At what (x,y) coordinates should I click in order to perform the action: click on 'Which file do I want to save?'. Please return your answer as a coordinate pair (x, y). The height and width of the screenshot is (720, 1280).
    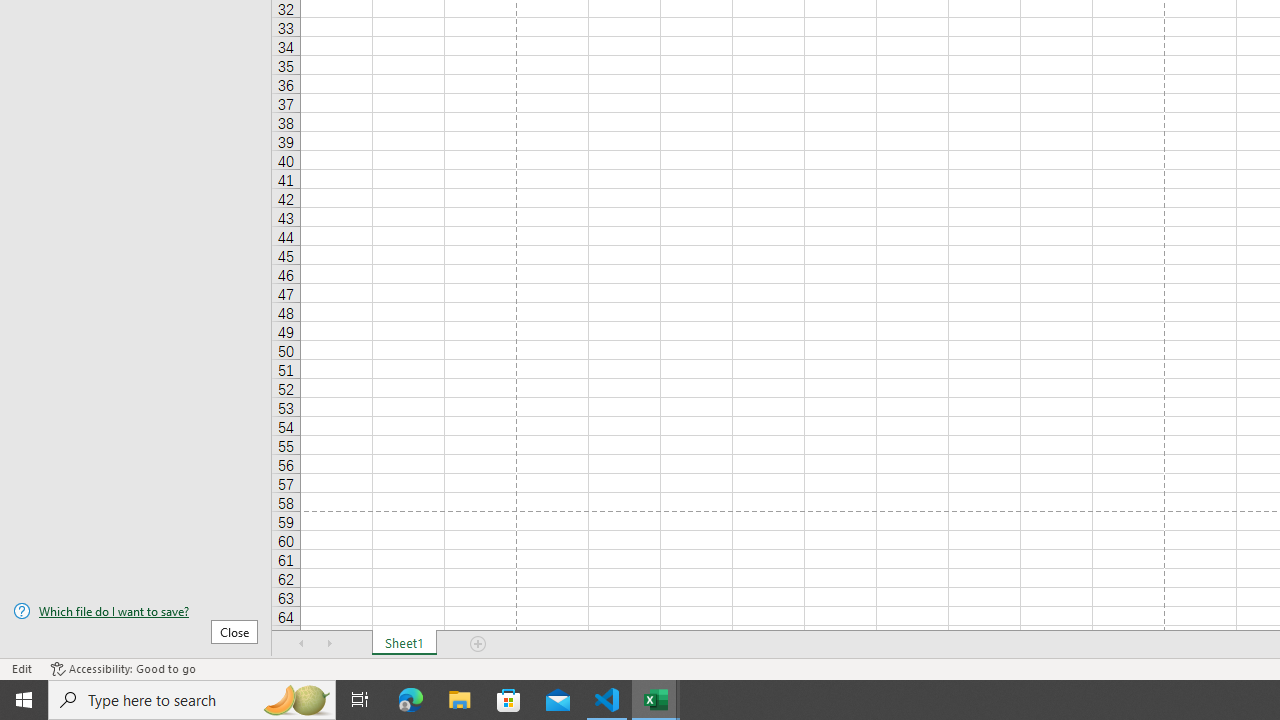
    Looking at the image, I should click on (135, 610).